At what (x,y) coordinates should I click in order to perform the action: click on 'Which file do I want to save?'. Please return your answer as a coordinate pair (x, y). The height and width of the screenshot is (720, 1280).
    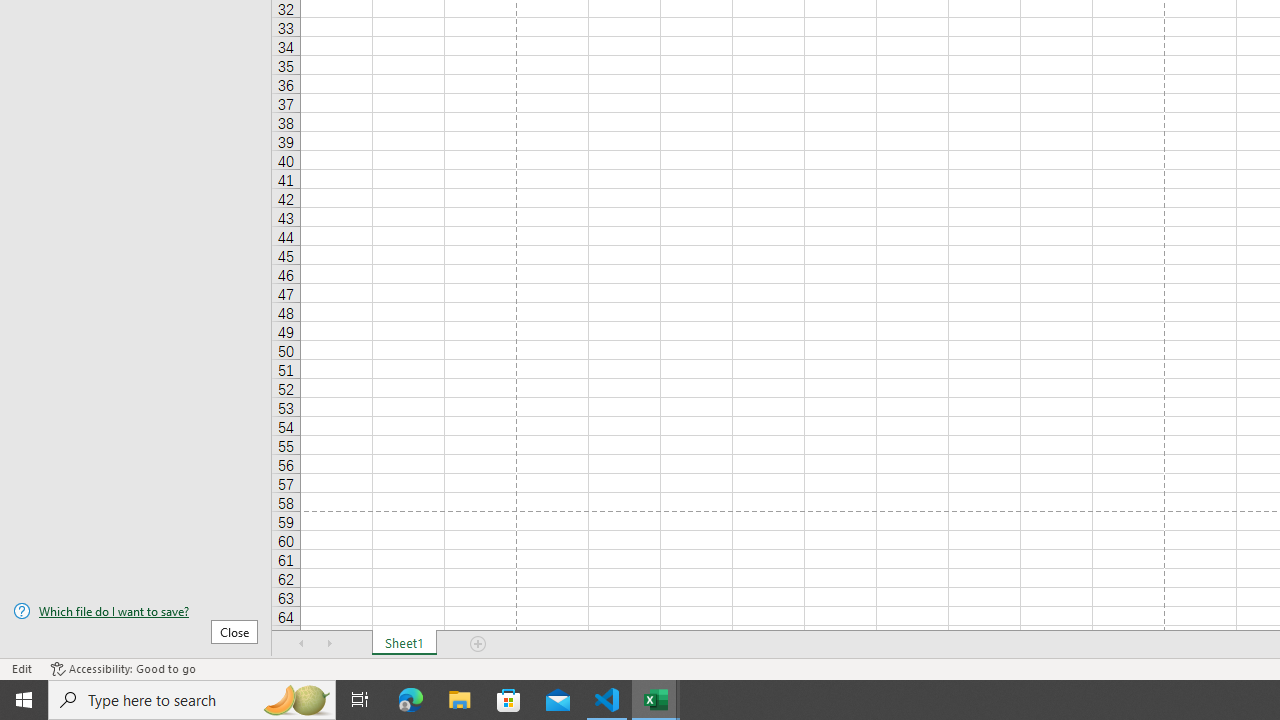
    Looking at the image, I should click on (135, 610).